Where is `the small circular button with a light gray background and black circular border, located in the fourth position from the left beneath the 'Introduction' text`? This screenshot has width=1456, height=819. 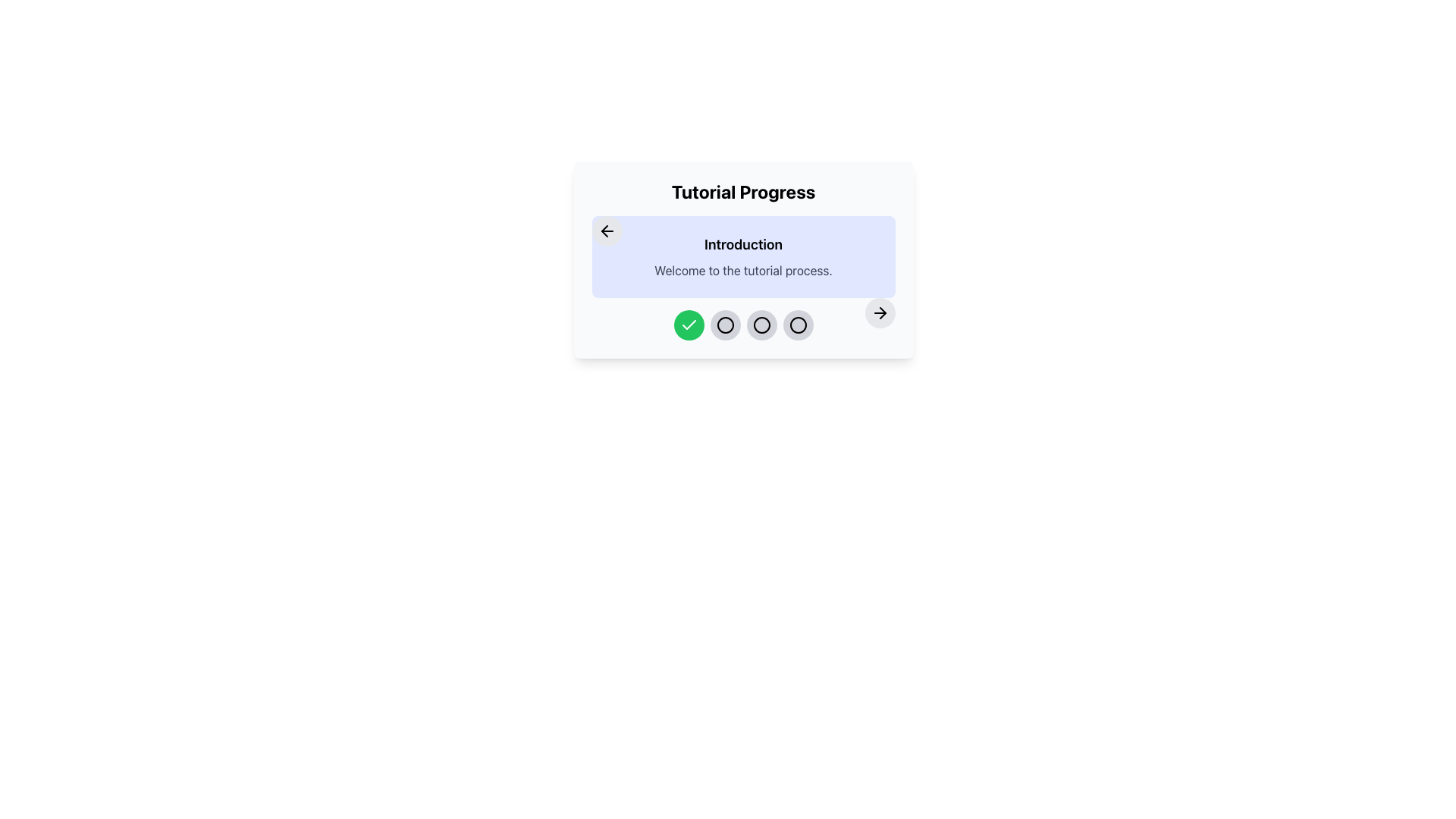 the small circular button with a light gray background and black circular border, located in the fourth position from the left beneath the 'Introduction' text is located at coordinates (761, 324).